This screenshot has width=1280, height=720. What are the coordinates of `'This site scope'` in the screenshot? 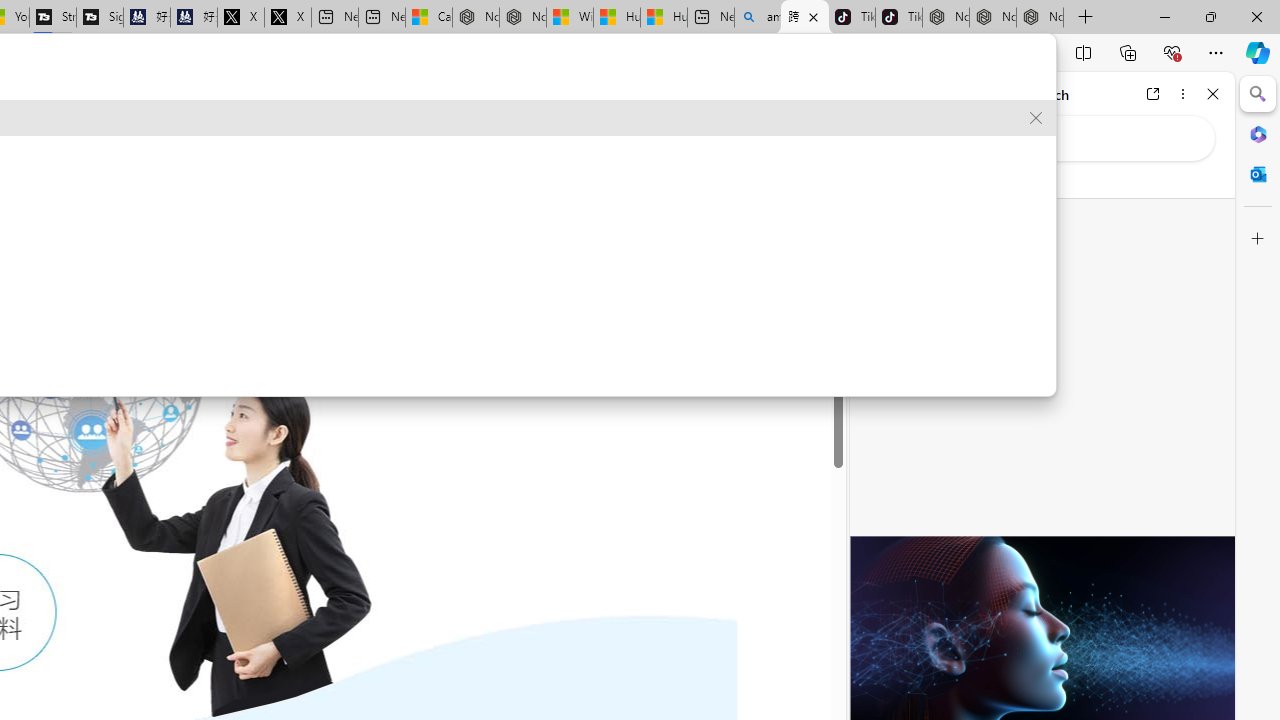 It's located at (935, 180).